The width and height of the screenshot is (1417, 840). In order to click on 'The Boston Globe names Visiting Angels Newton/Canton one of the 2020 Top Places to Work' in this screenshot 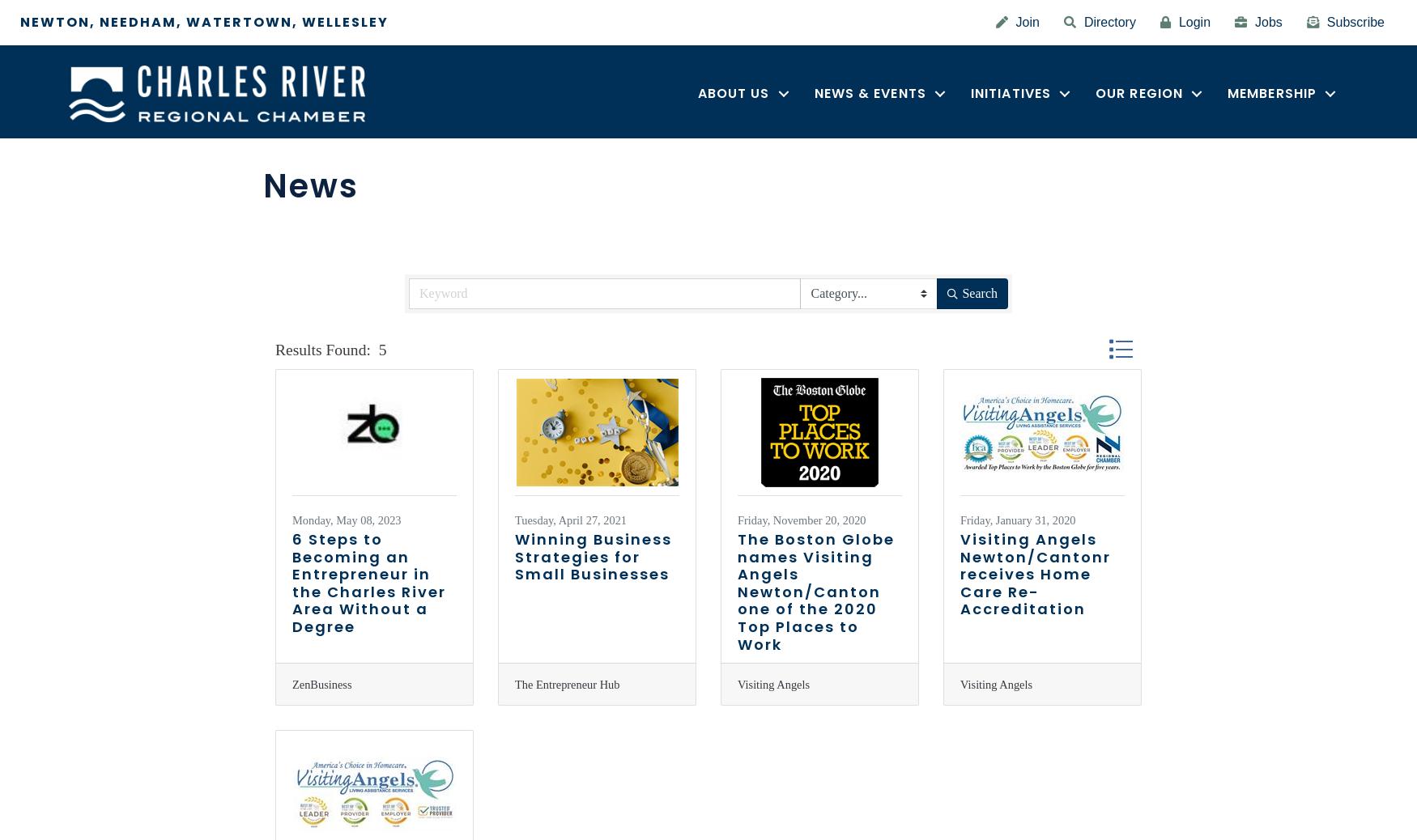, I will do `click(737, 590)`.